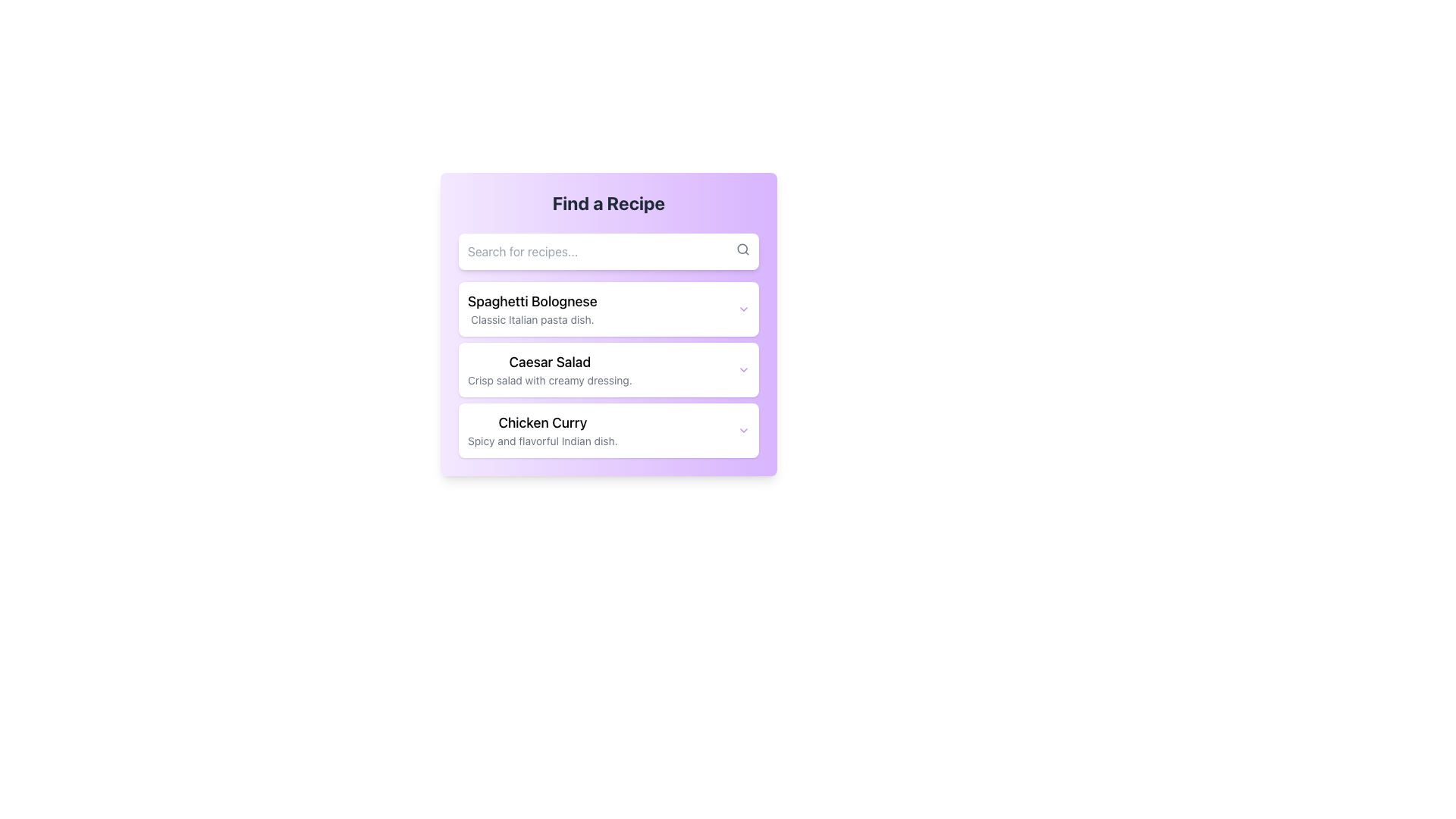 The height and width of the screenshot is (819, 1456). Describe the element at coordinates (549, 370) in the screenshot. I see `the text block displaying 'Caesar Salad', which contains the heading in bold and a description in smaller gray text, positioned between 'Spaghetti Bolognese' and 'Chicken Curry'` at that location.